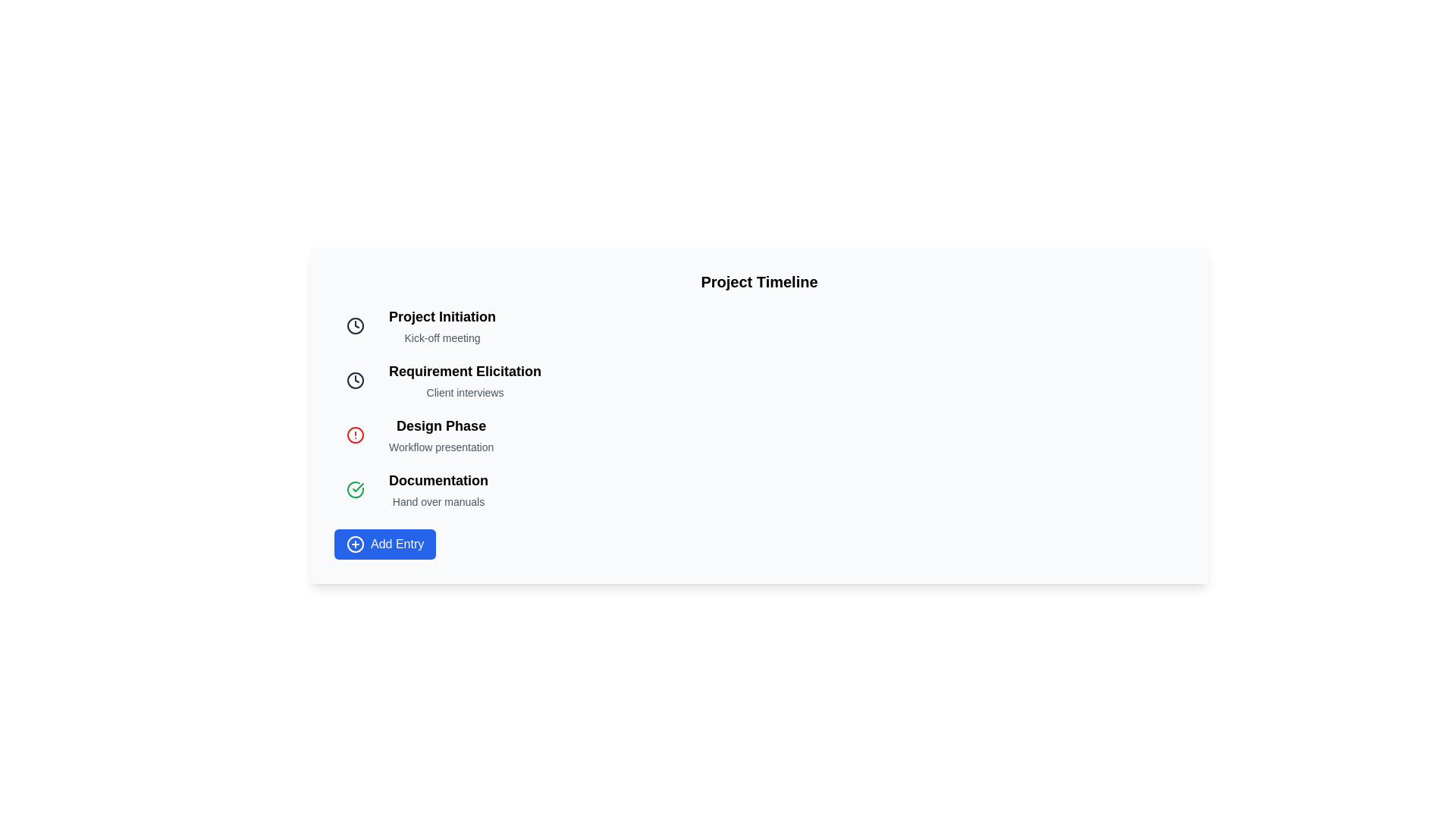 This screenshot has height=819, width=1456. Describe the element at coordinates (385, 543) in the screenshot. I see `the blue rectangular button labeled 'Add Entry' located at the bottom center of the Project Timeline section` at that location.